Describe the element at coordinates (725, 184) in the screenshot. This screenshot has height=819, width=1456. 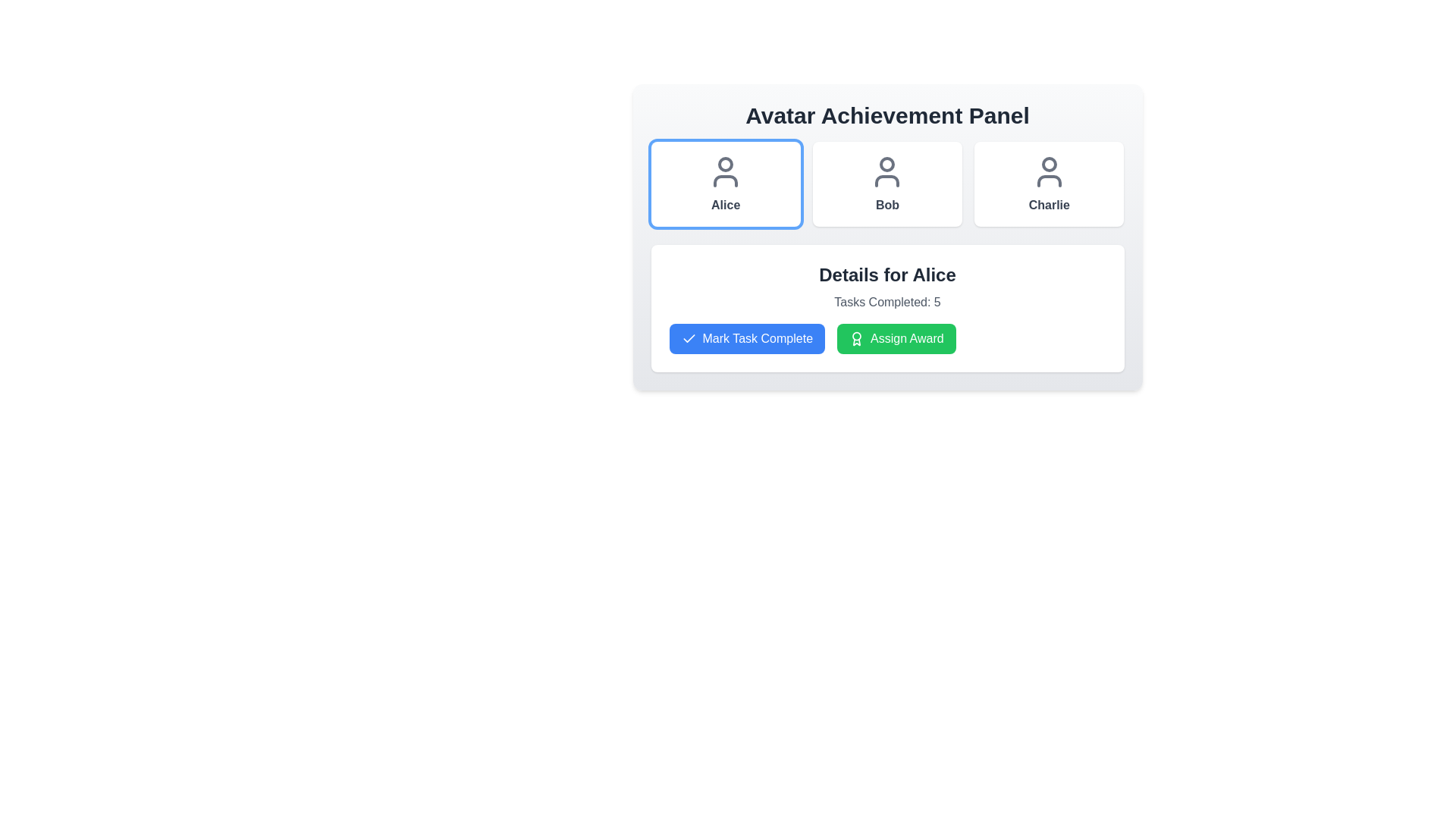
I see `the user card displaying 'Alice', which has a white background, rounded edges, and a shadow effect, positioned in the top-left corner of the grid layout` at that location.